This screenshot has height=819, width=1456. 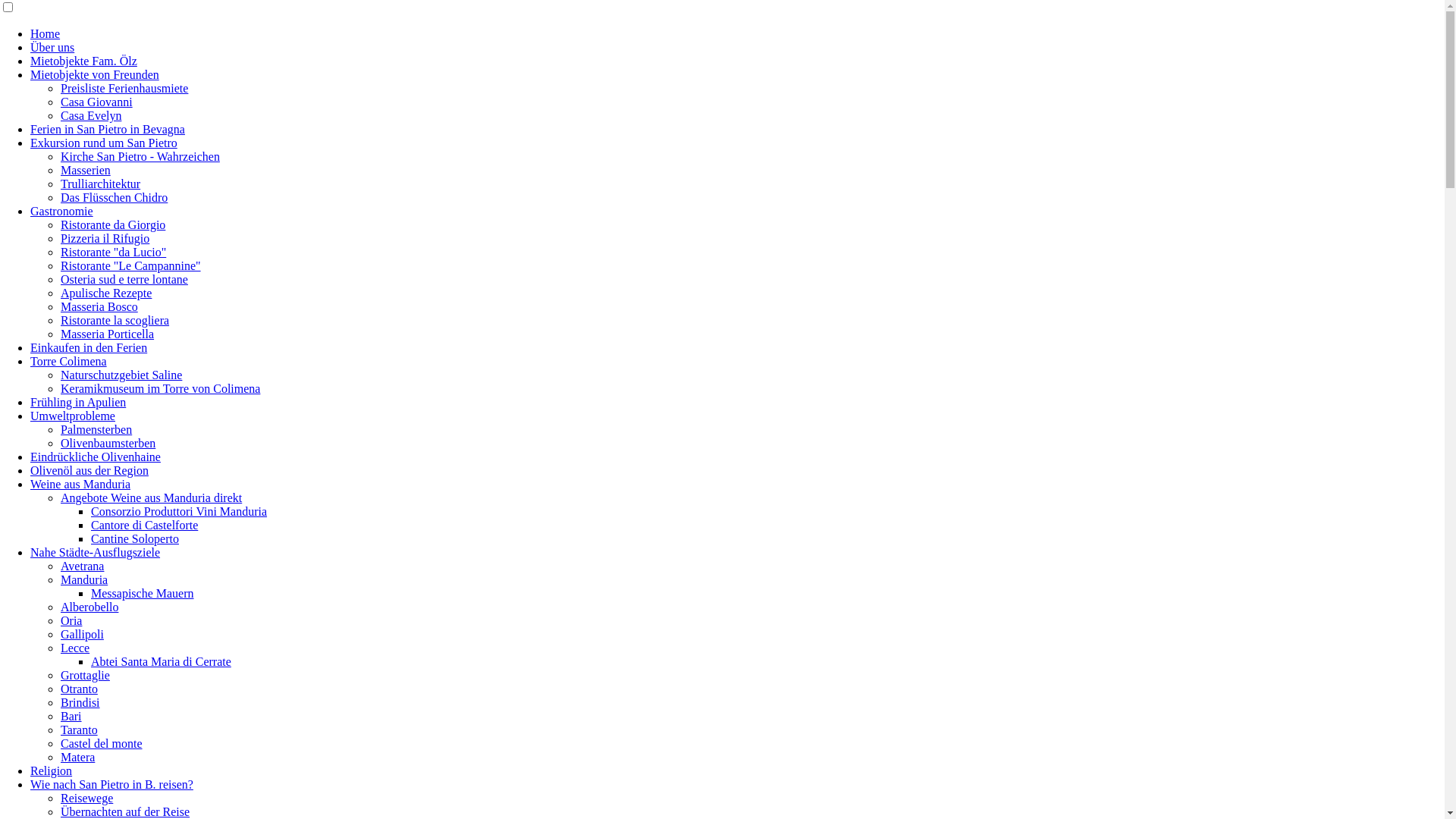 I want to click on 'Matera', so click(x=77, y=757).